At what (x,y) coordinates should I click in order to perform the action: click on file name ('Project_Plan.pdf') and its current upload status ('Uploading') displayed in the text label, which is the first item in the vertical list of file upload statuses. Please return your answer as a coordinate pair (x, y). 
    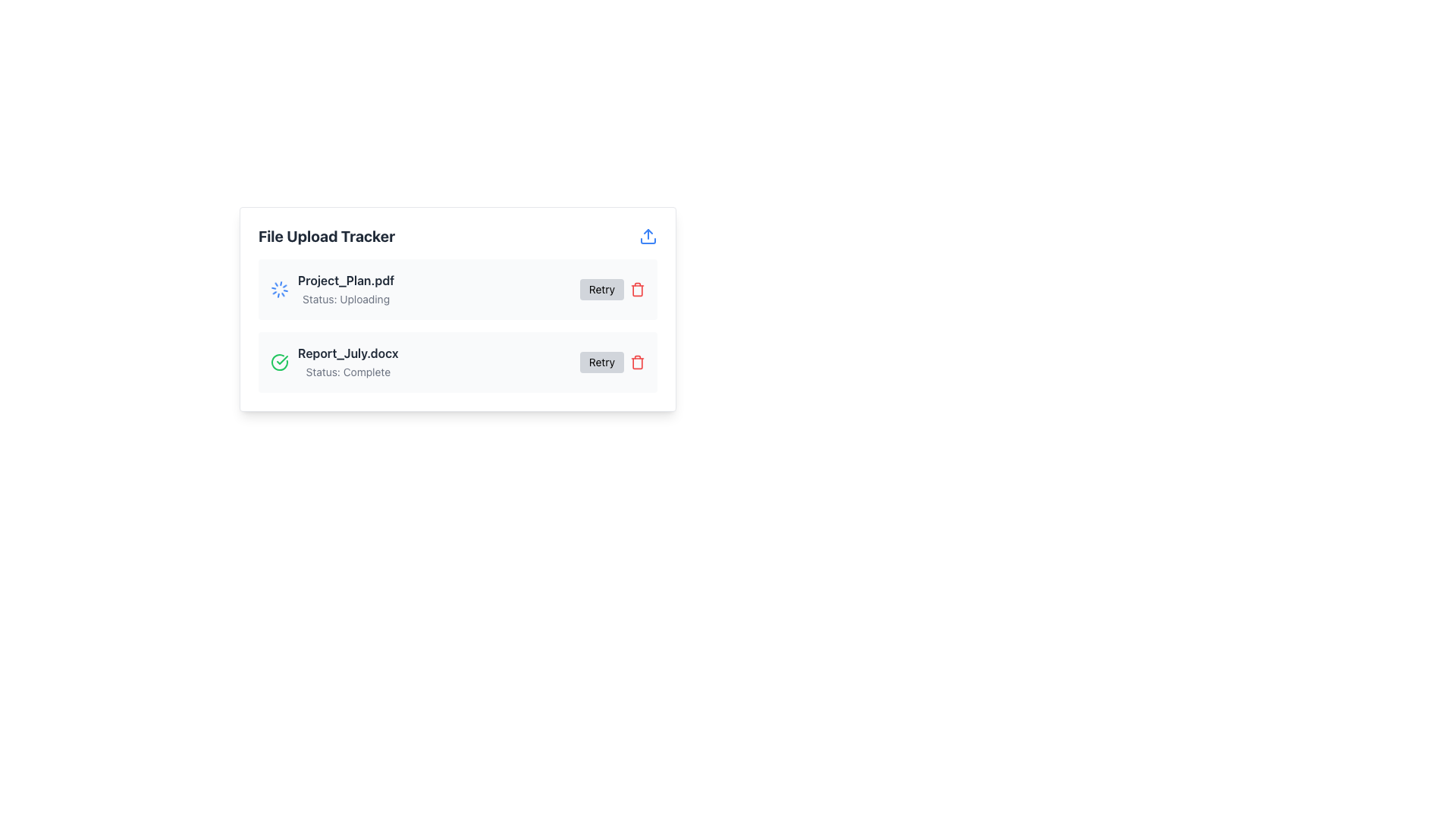
    Looking at the image, I should click on (345, 289).